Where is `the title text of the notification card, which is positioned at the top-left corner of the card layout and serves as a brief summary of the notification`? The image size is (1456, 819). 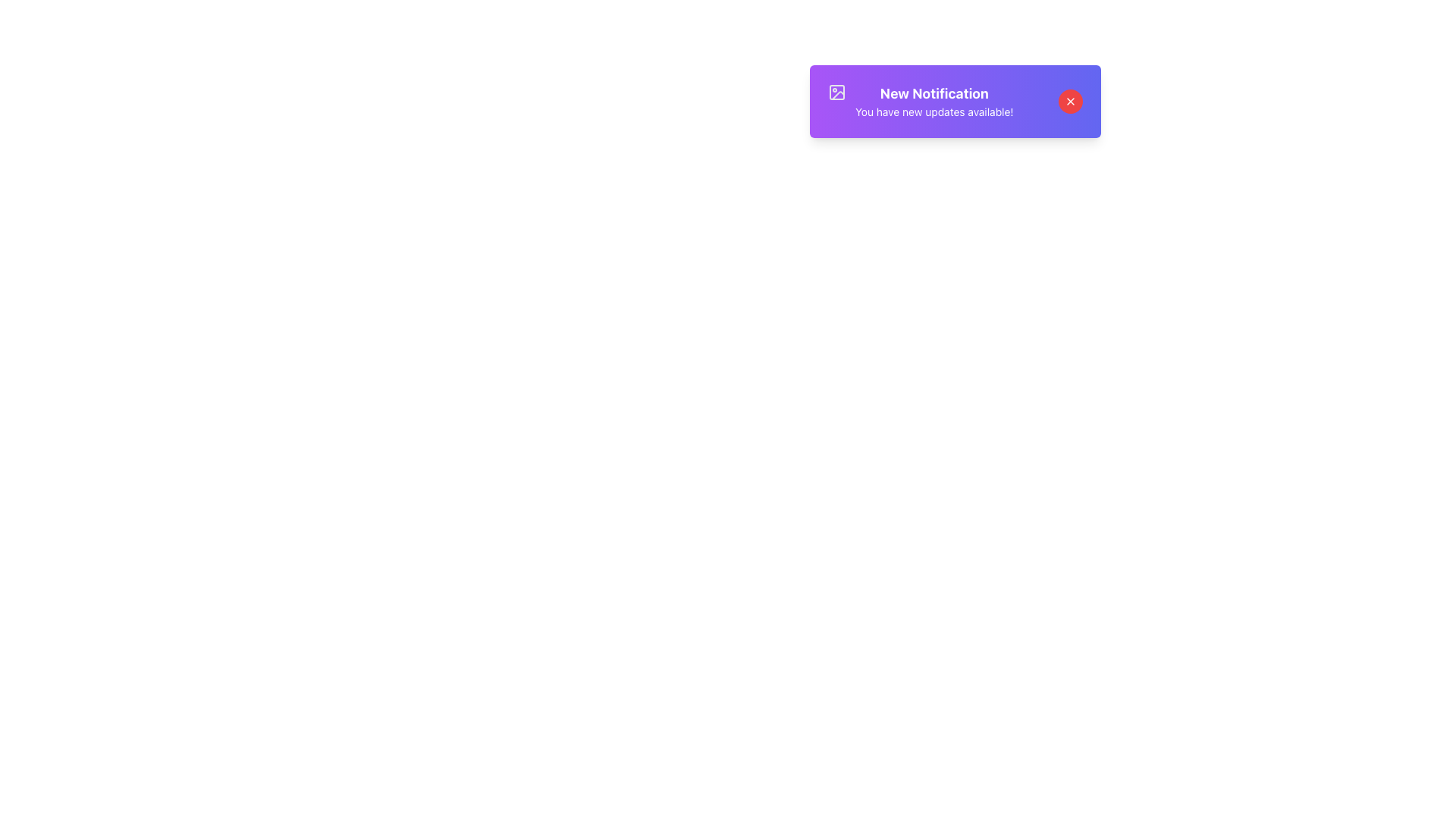
the title text of the notification card, which is positioned at the top-left corner of the card layout and serves as a brief summary of the notification is located at coordinates (934, 93).